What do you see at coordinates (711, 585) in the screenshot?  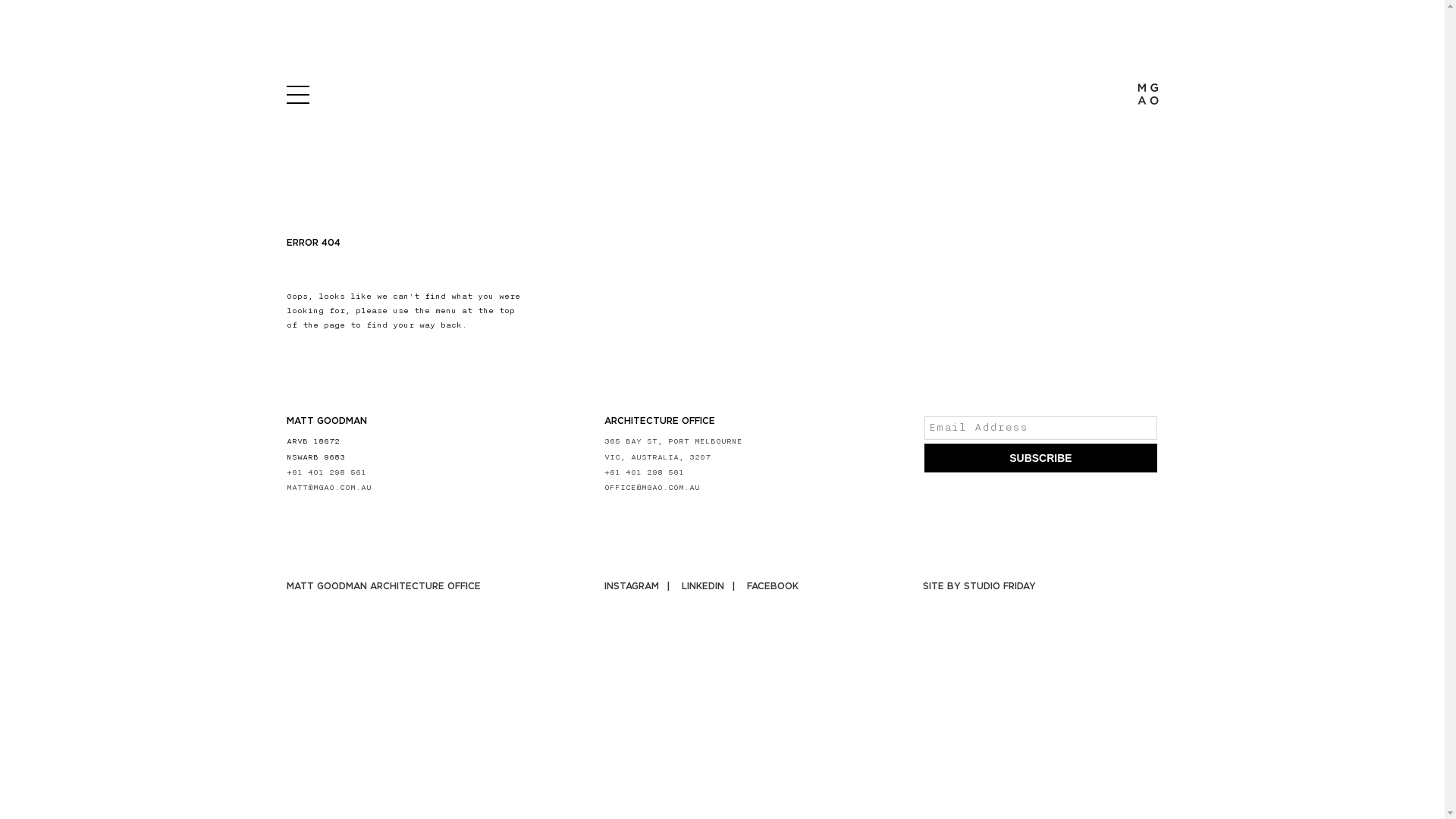 I see `'LINKEDIN'` at bounding box center [711, 585].